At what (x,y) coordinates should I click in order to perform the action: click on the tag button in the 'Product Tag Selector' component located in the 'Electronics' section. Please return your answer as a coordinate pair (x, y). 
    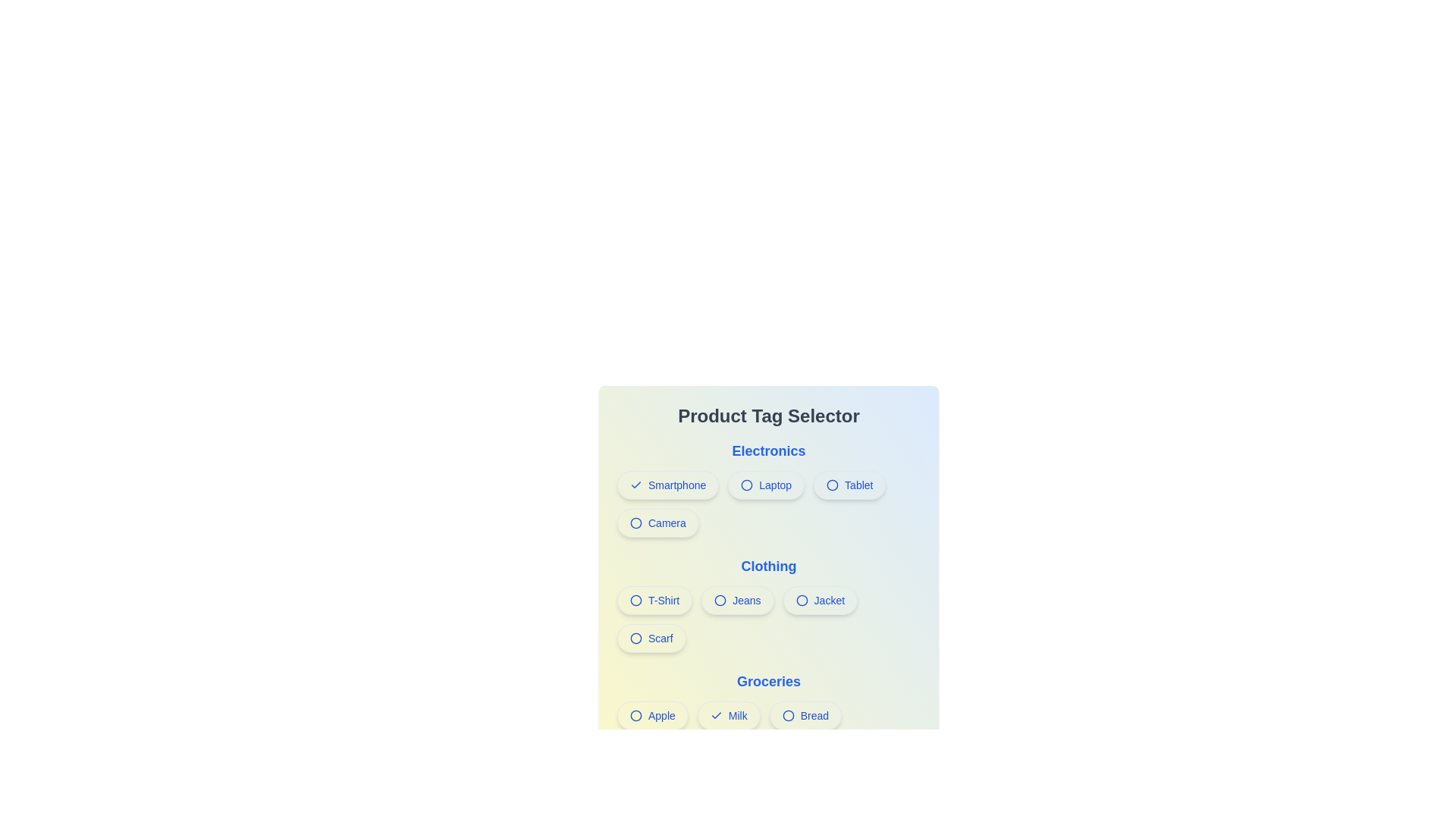
    Looking at the image, I should click on (768, 504).